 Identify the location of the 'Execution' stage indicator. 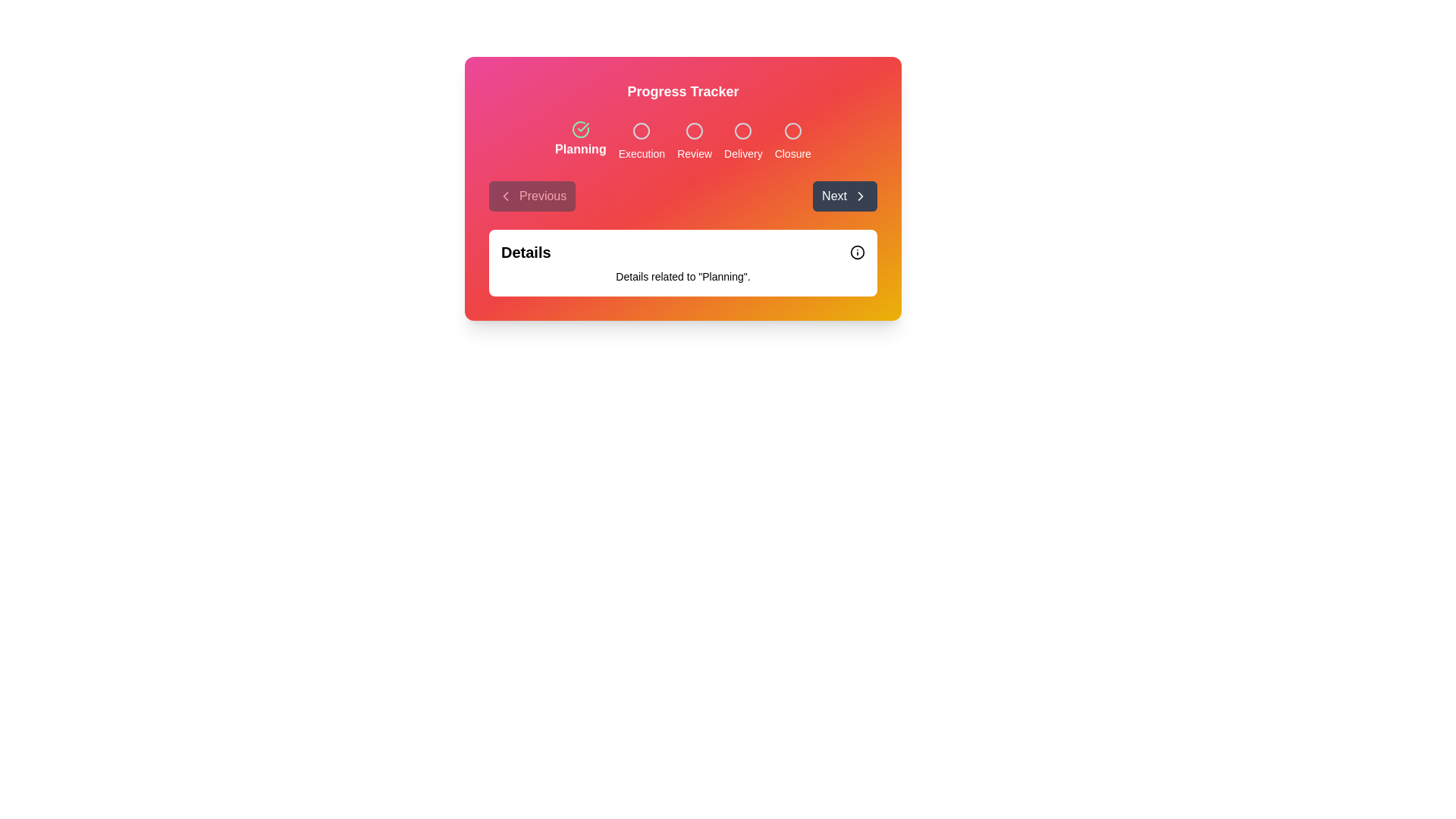
(642, 141).